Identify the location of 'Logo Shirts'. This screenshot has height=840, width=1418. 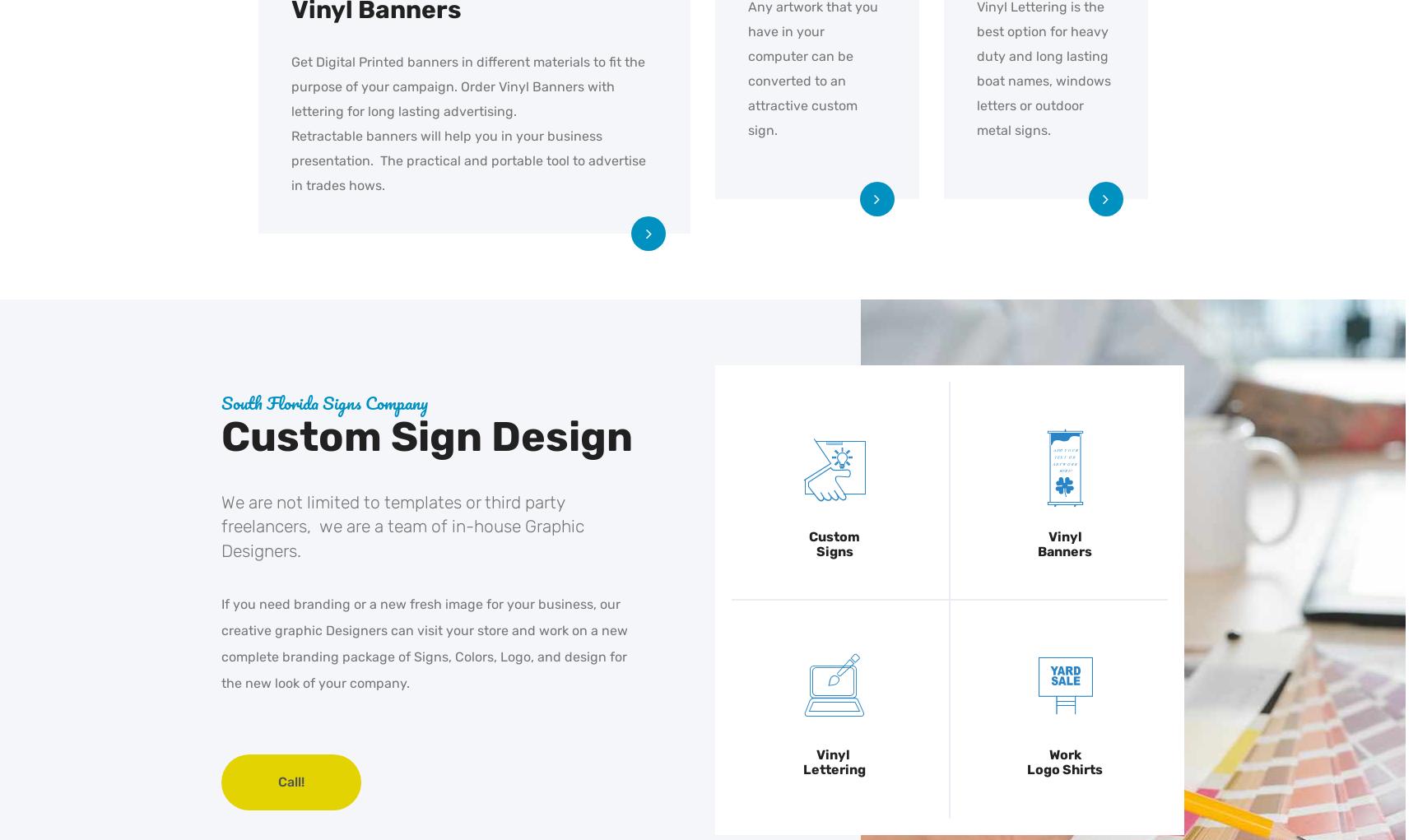
(1063, 769).